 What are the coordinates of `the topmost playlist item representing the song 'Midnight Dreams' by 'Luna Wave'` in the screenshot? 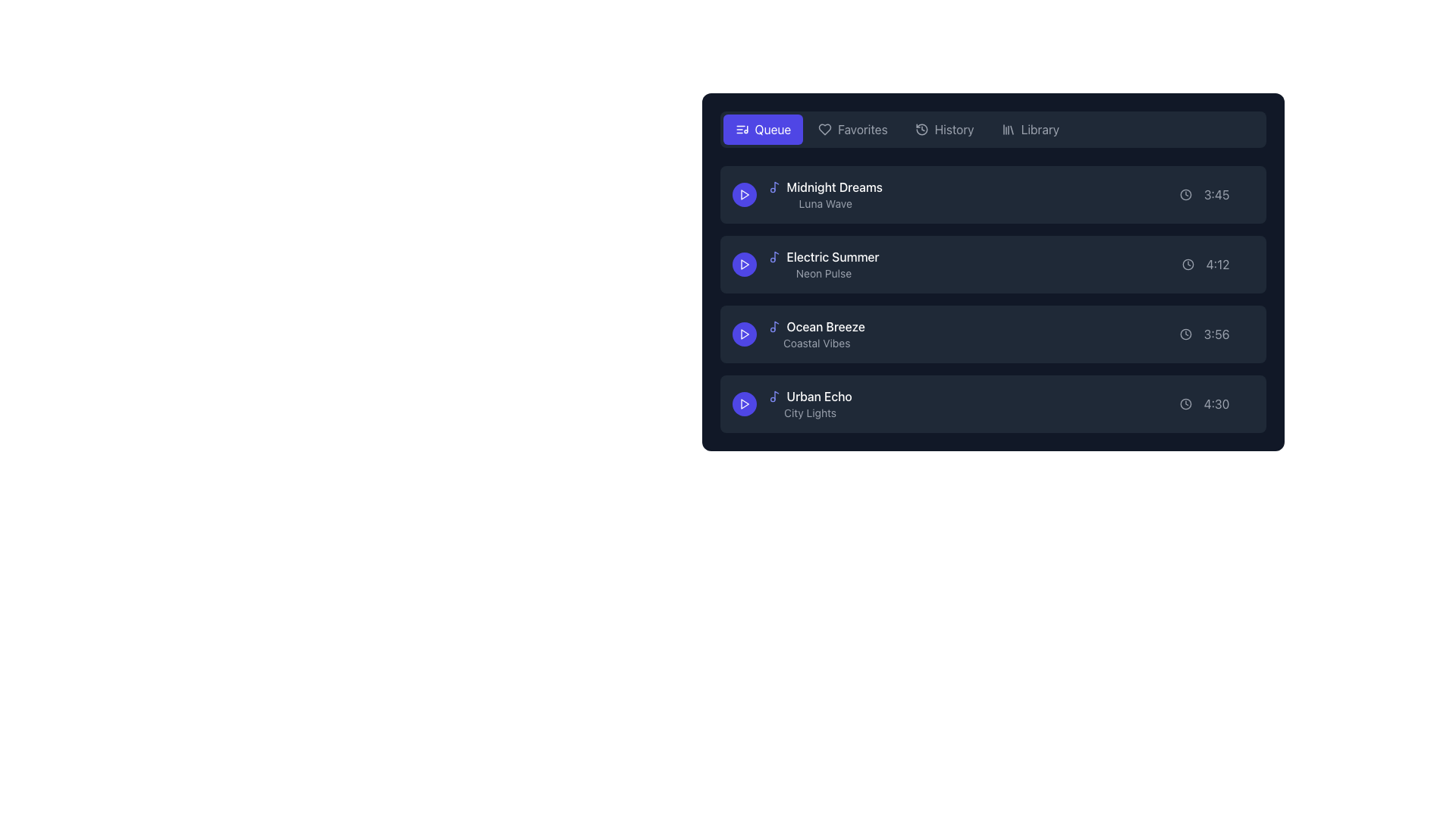 It's located at (993, 194).